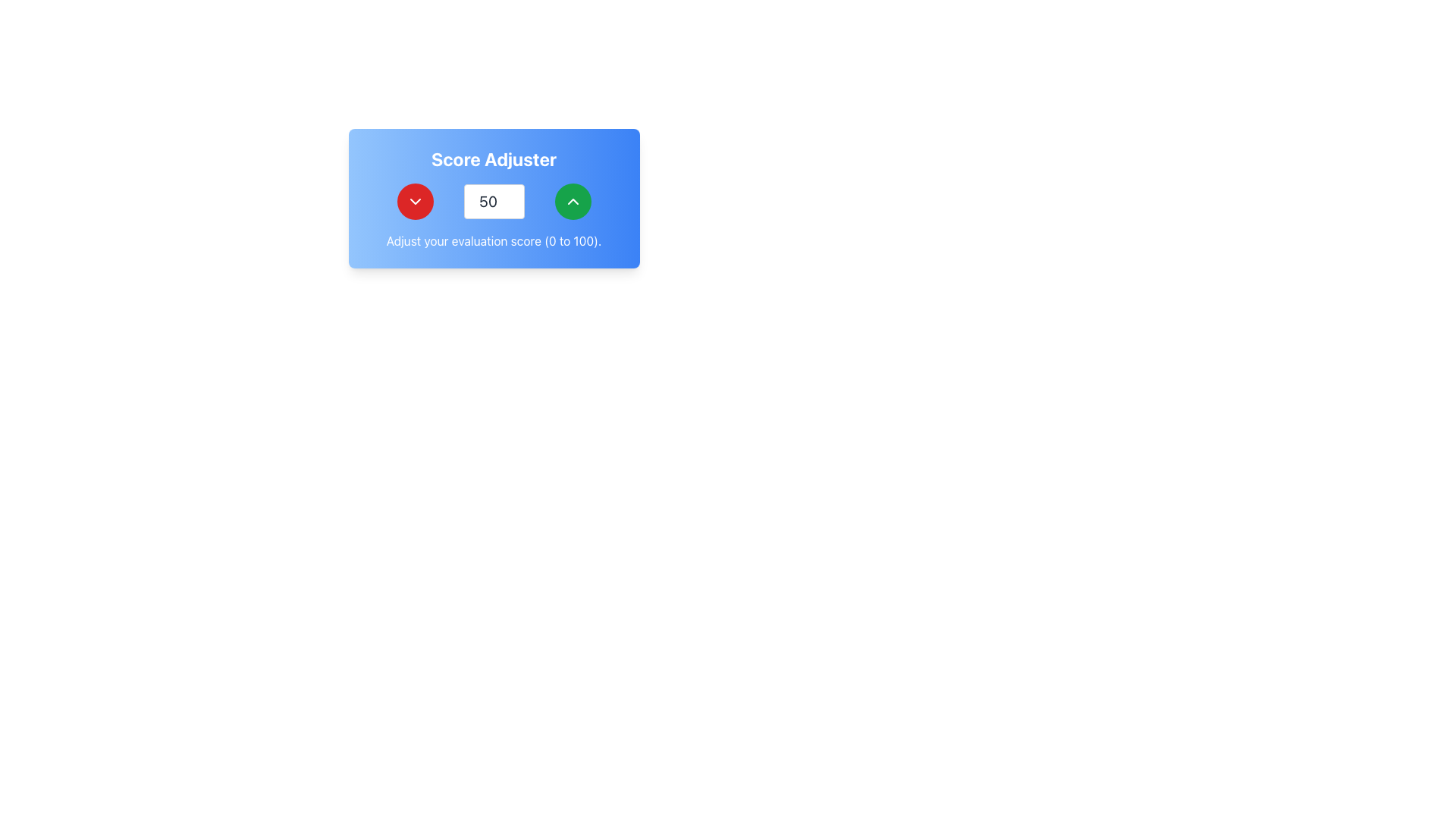 This screenshot has width=1456, height=819. Describe the element at coordinates (415, 201) in the screenshot. I see `the first button` at that location.